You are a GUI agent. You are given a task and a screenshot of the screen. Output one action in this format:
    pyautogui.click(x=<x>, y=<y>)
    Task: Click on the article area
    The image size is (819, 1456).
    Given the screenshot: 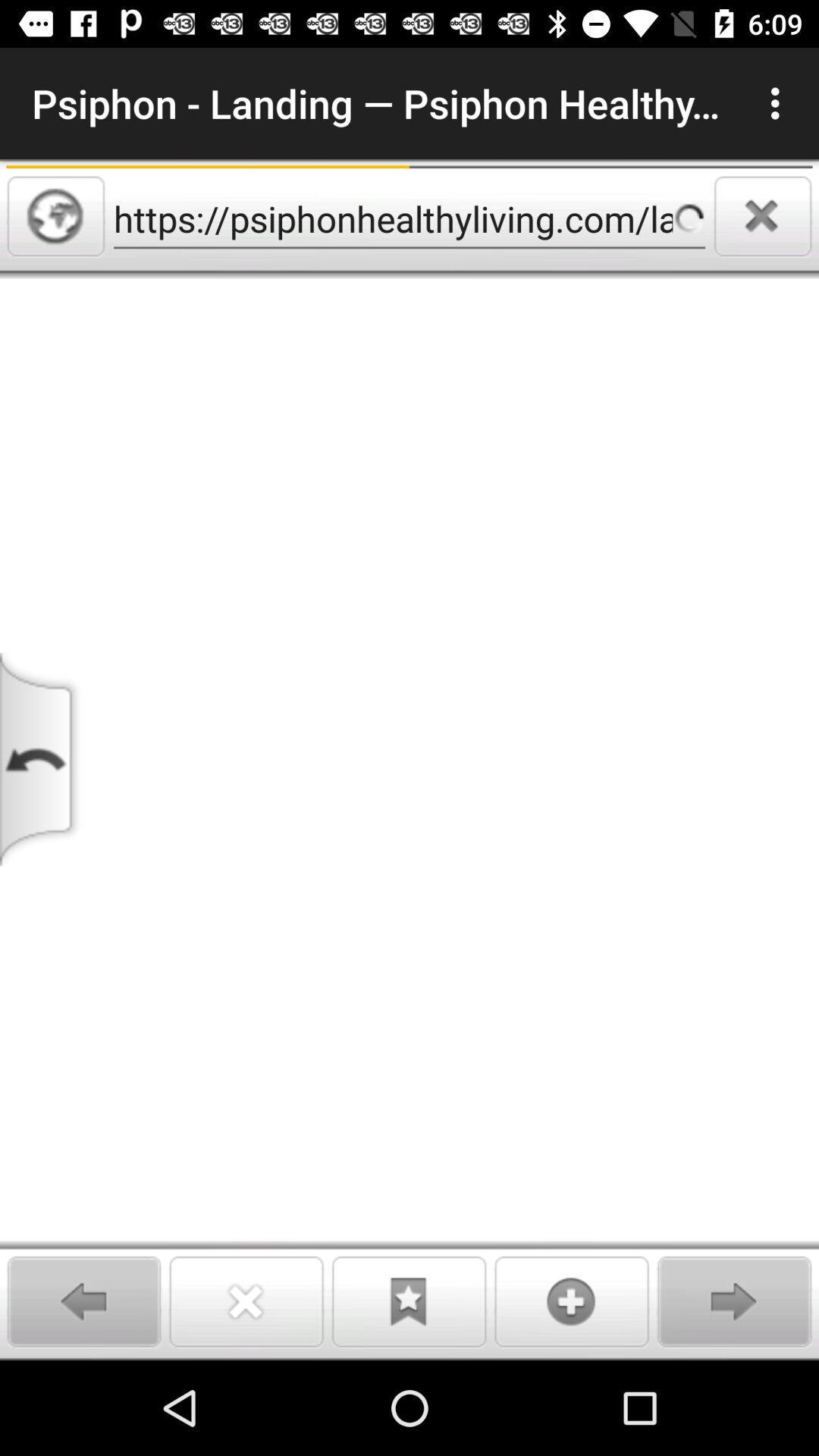 What is the action you would take?
    pyautogui.click(x=409, y=818)
    